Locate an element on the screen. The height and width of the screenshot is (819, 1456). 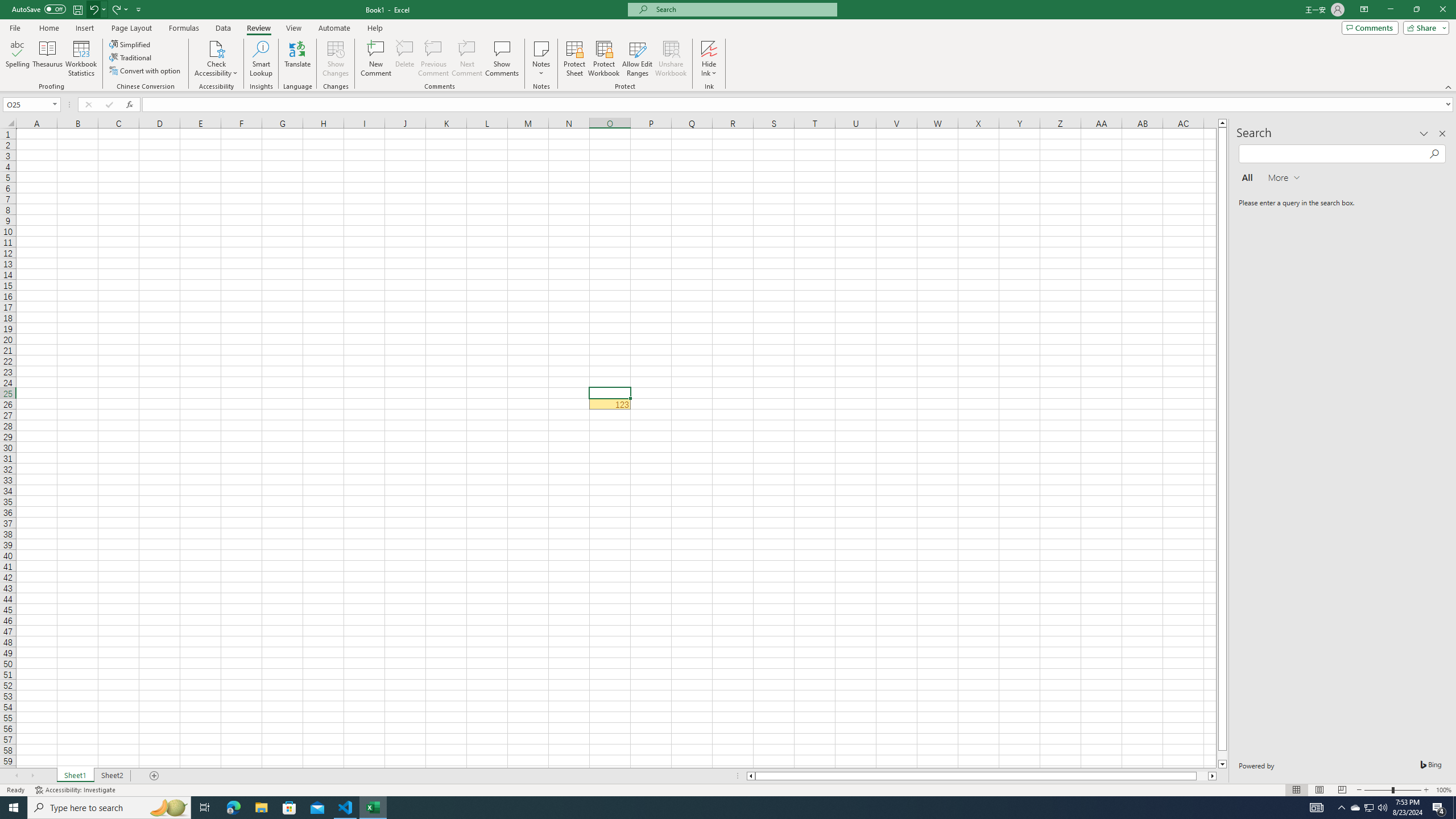
'Accessibility Checker Accessibility: Investigate' is located at coordinates (76, 790).